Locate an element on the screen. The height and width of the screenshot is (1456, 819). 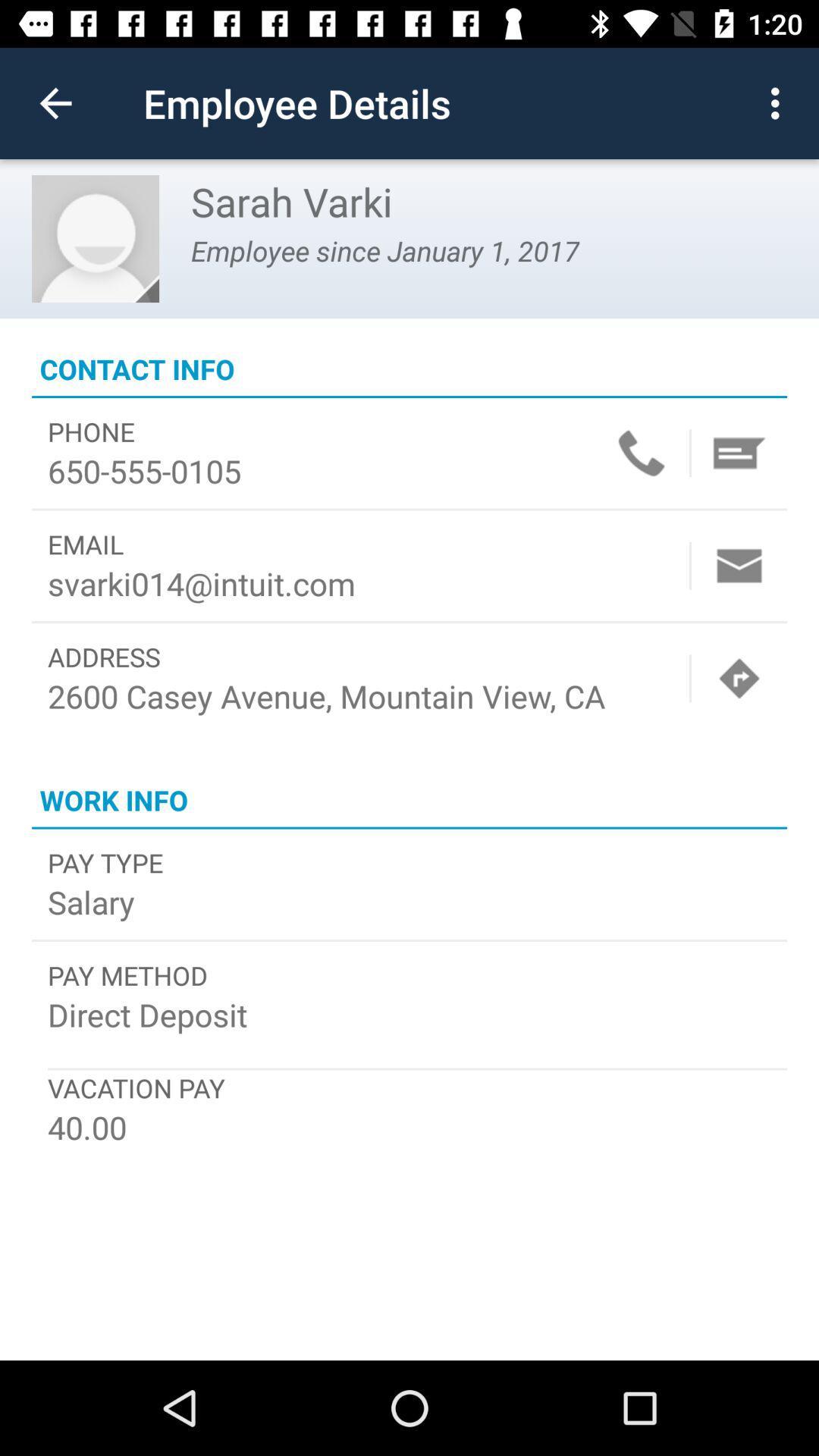
icon to the left of employee details icon is located at coordinates (55, 102).